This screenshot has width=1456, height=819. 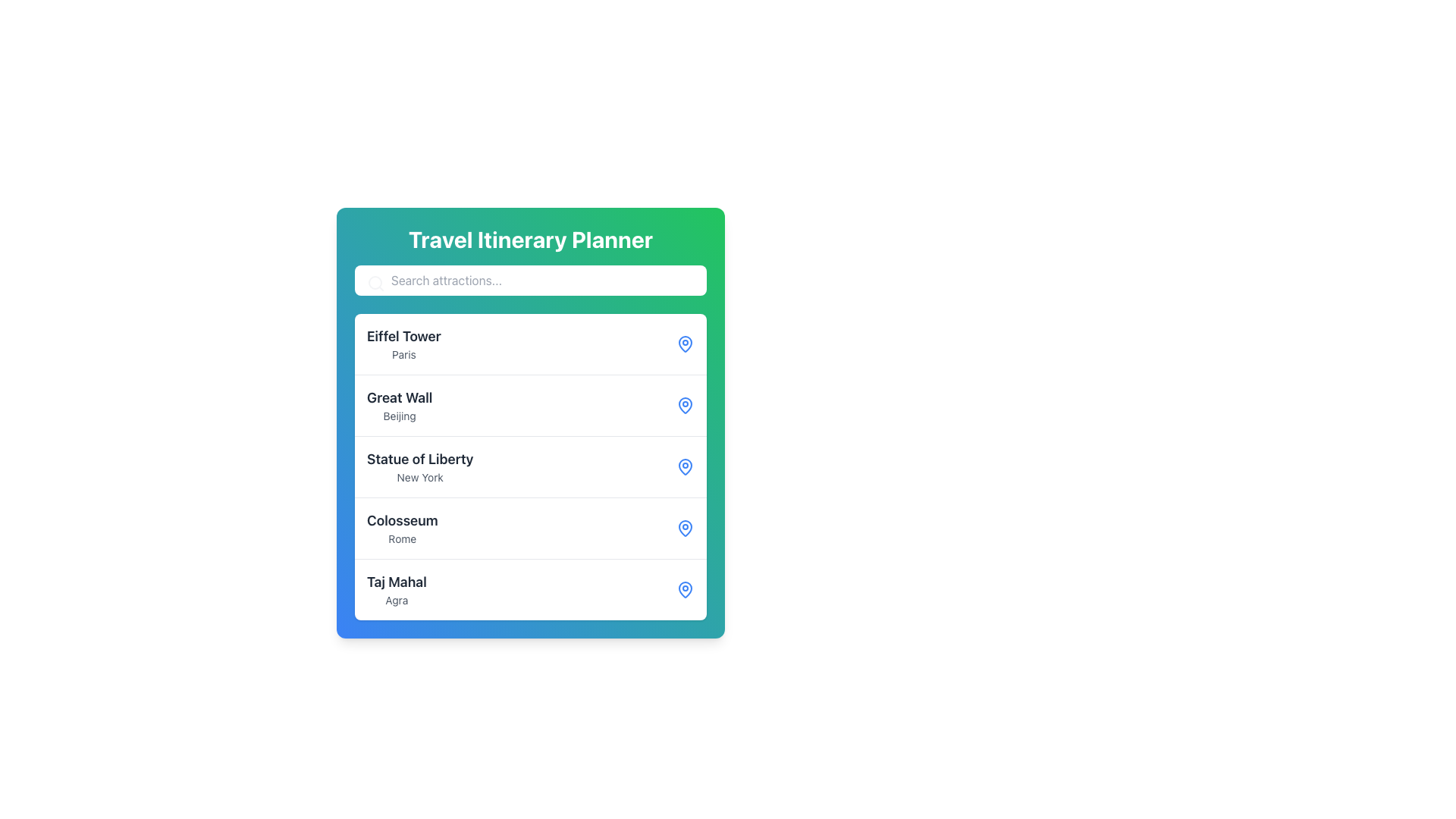 I want to click on label displaying the location 'Great Wall' which is the second item in the travel destinations list within the 'Travel Itinerary Planner', so click(x=400, y=405).